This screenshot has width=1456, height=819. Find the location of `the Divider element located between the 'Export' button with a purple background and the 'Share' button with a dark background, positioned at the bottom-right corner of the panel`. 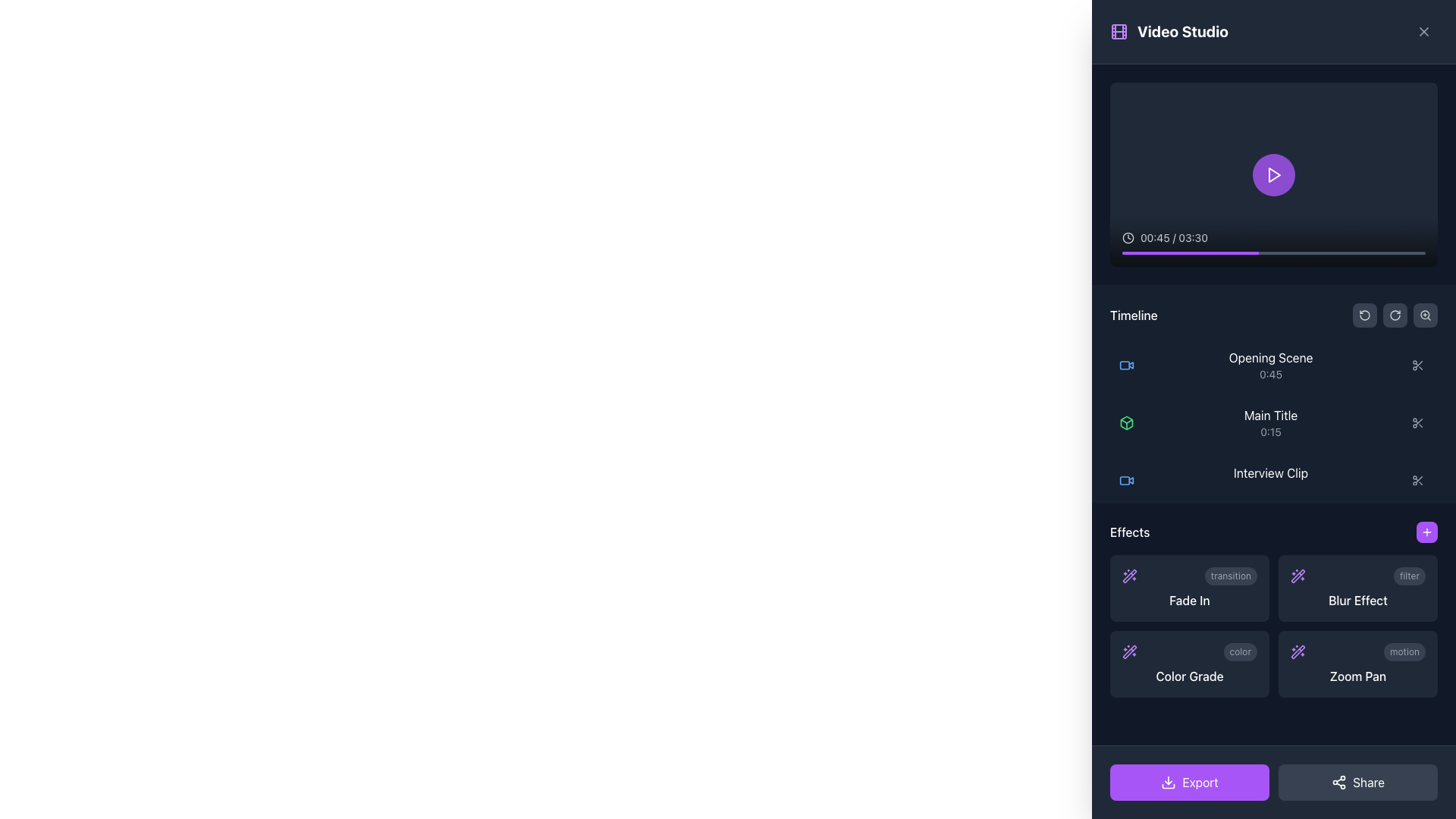

the Divider element located between the 'Export' button with a purple background and the 'Share' button with a dark background, positioned at the bottom-right corner of the panel is located at coordinates (1274, 783).